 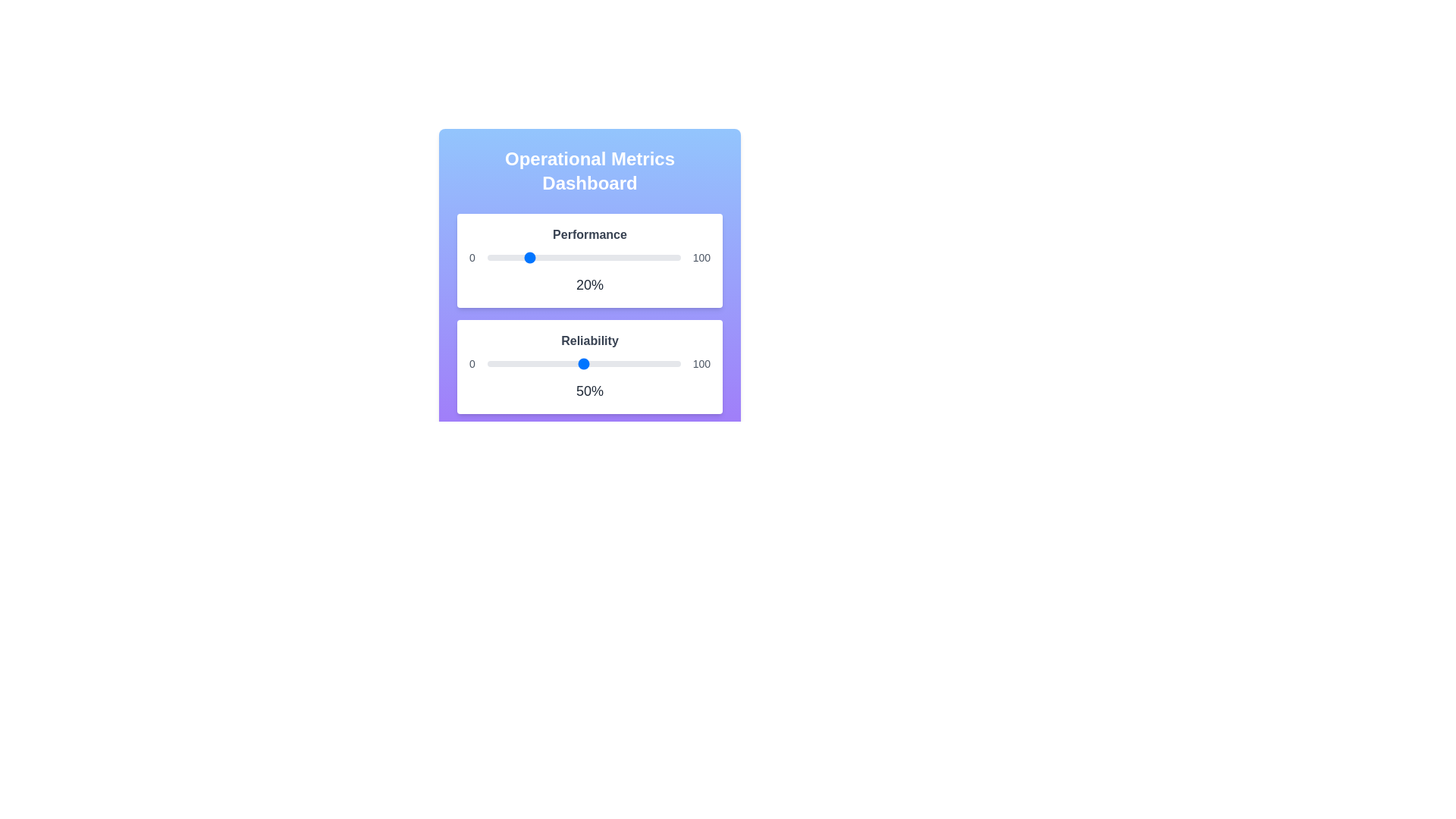 I want to click on the gray static text label displaying the number '100' located to the far right of the reliability slider track in the dashboard card, so click(x=701, y=363).